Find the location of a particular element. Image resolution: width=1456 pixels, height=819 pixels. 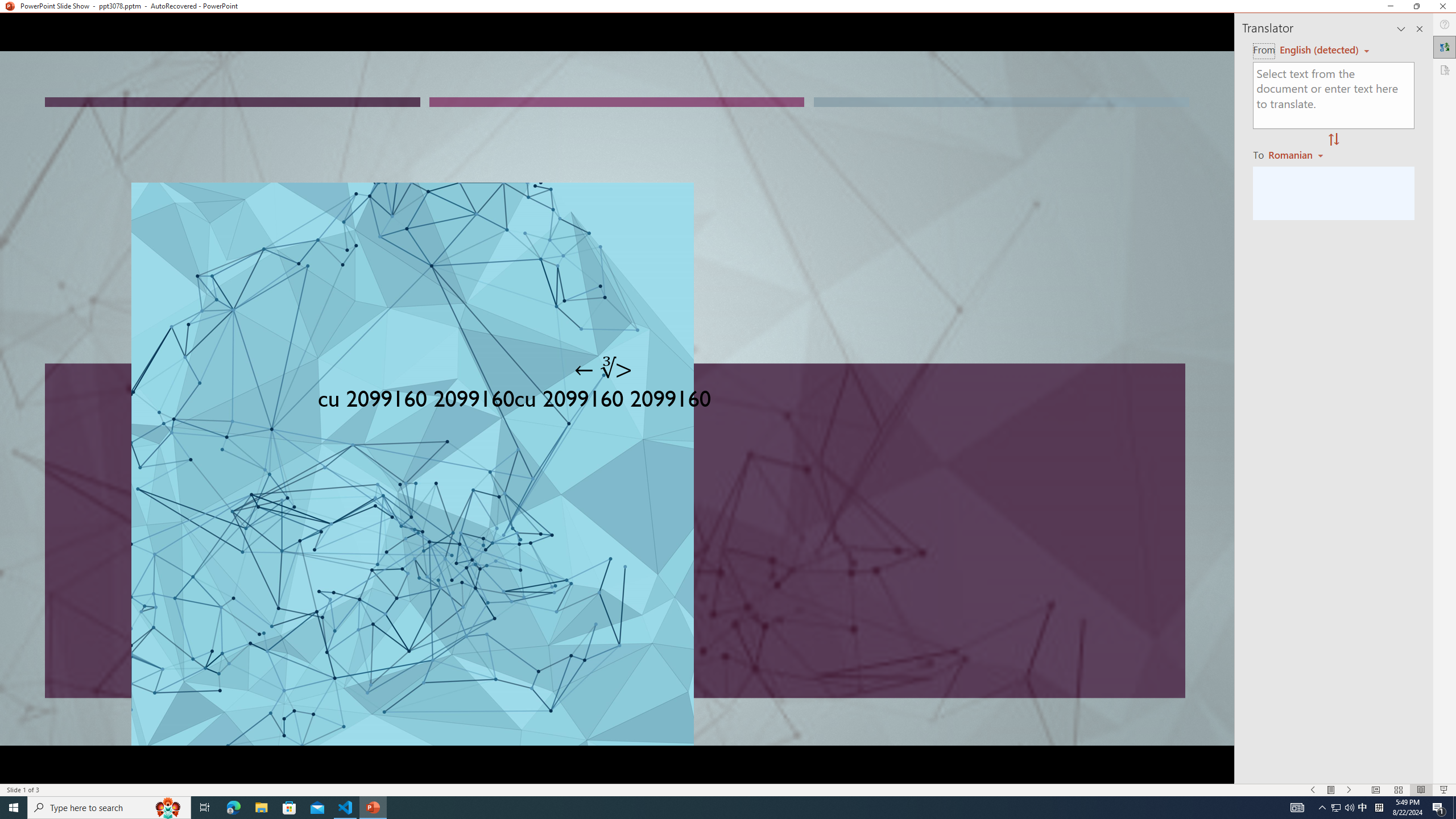

'Romanian' is located at coordinates (1296, 154).